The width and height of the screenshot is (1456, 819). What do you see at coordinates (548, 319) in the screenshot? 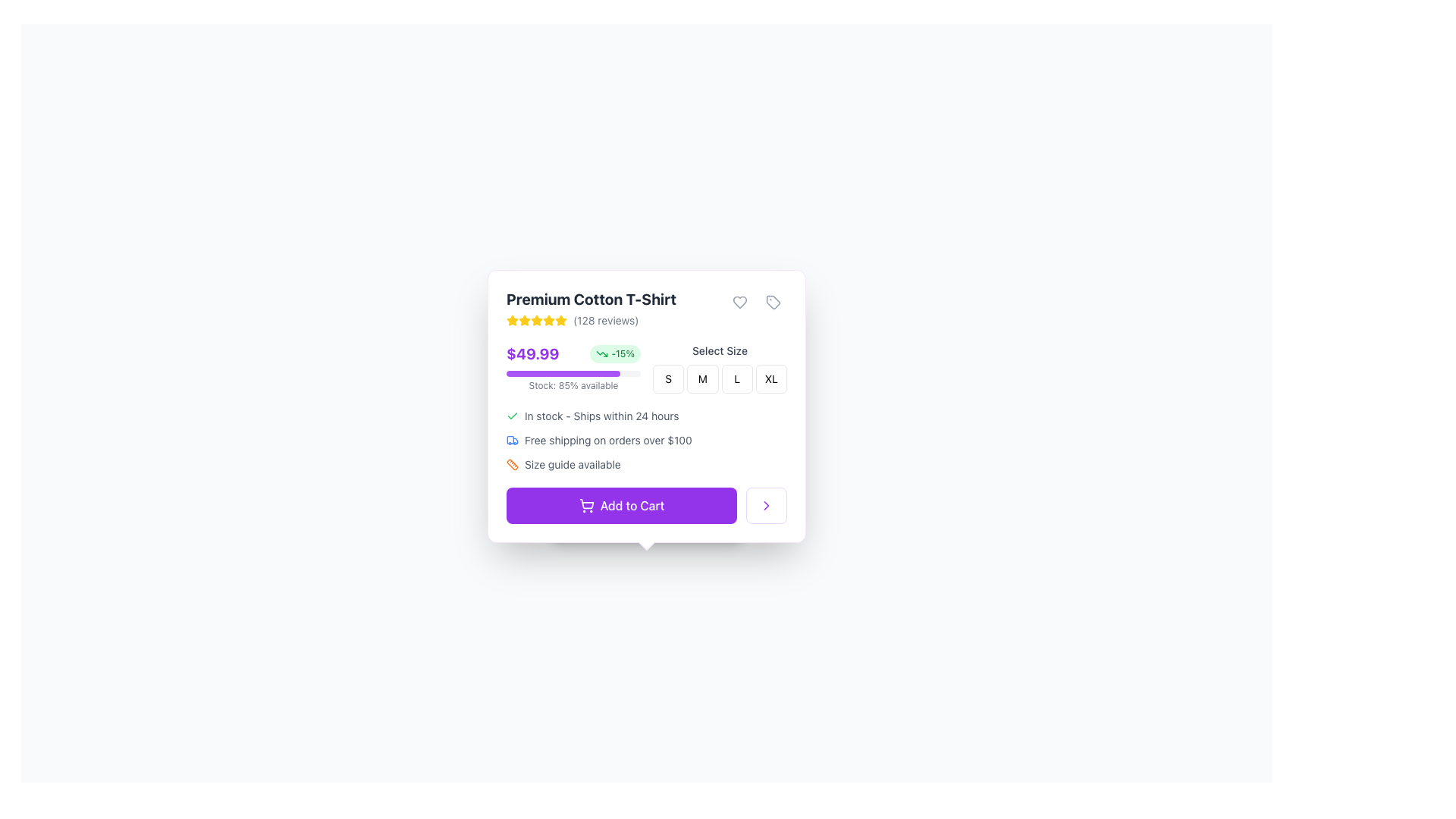
I see `the second star icon, styled with a yellow fill, located above the price display block for the 'Premium Cotton T-Shirt'` at bounding box center [548, 319].